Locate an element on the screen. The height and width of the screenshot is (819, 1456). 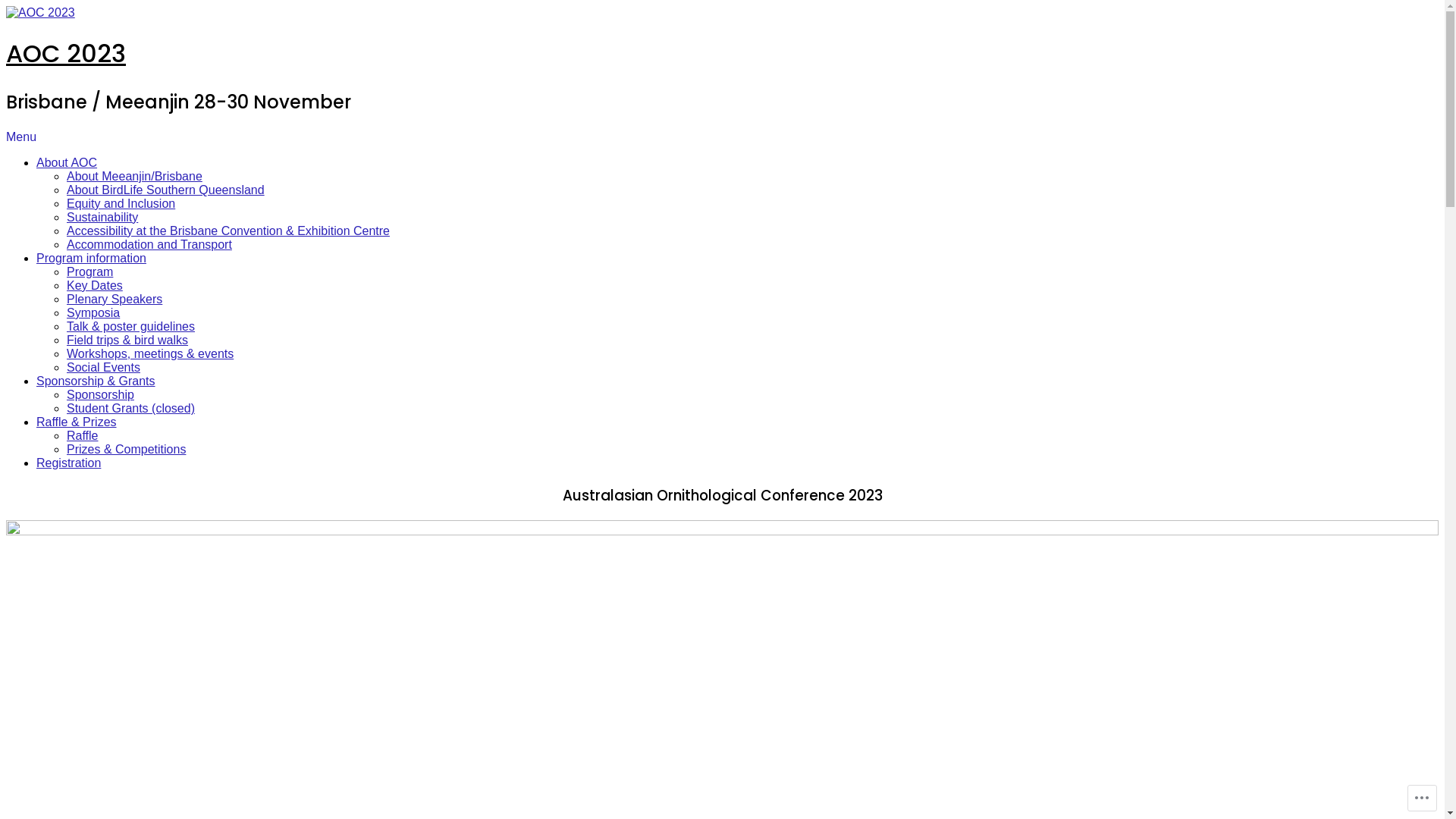
'Symposia' is located at coordinates (65, 312).